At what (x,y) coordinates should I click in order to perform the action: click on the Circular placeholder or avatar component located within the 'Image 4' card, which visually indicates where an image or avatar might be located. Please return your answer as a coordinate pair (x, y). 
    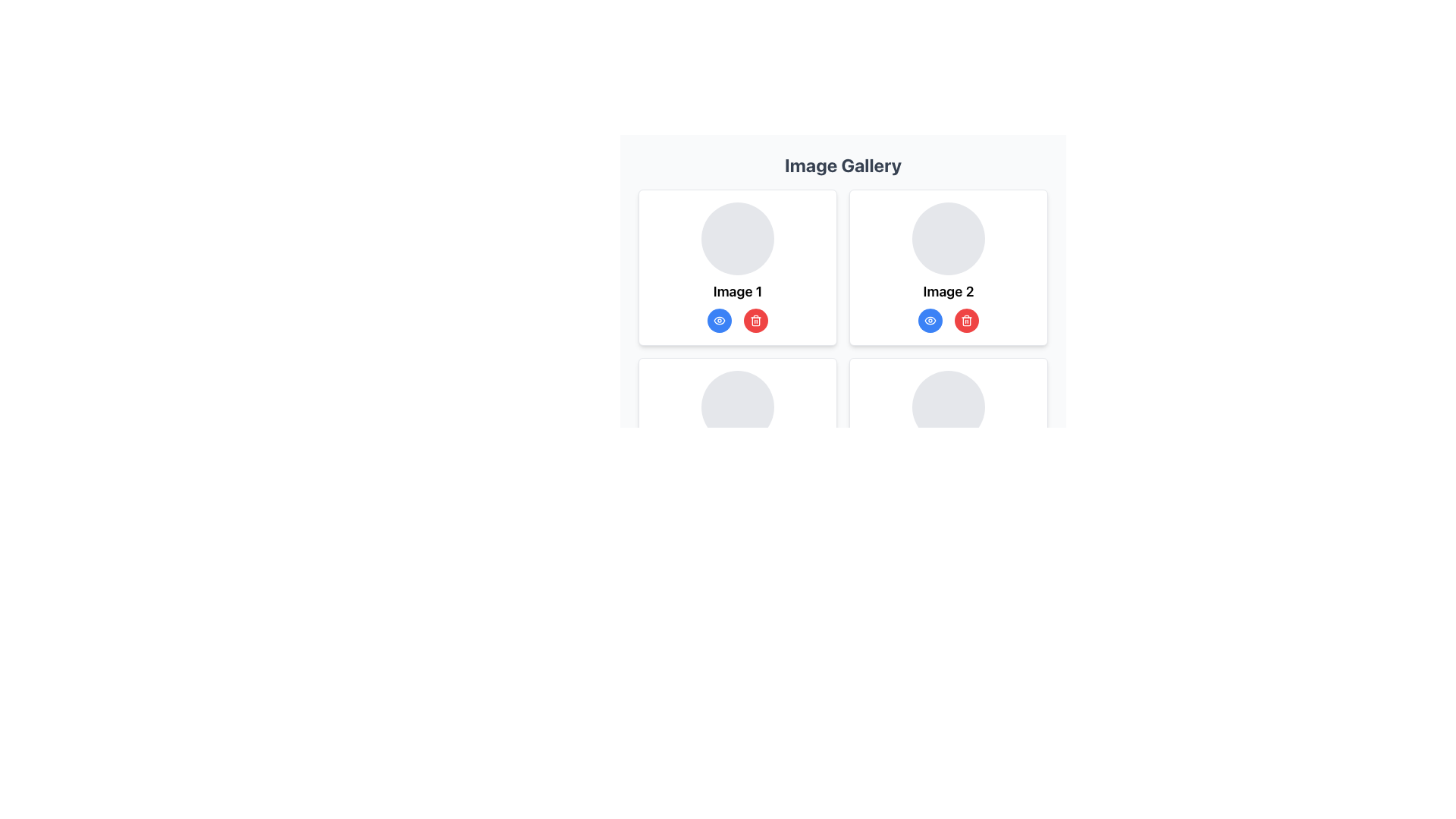
    Looking at the image, I should click on (948, 406).